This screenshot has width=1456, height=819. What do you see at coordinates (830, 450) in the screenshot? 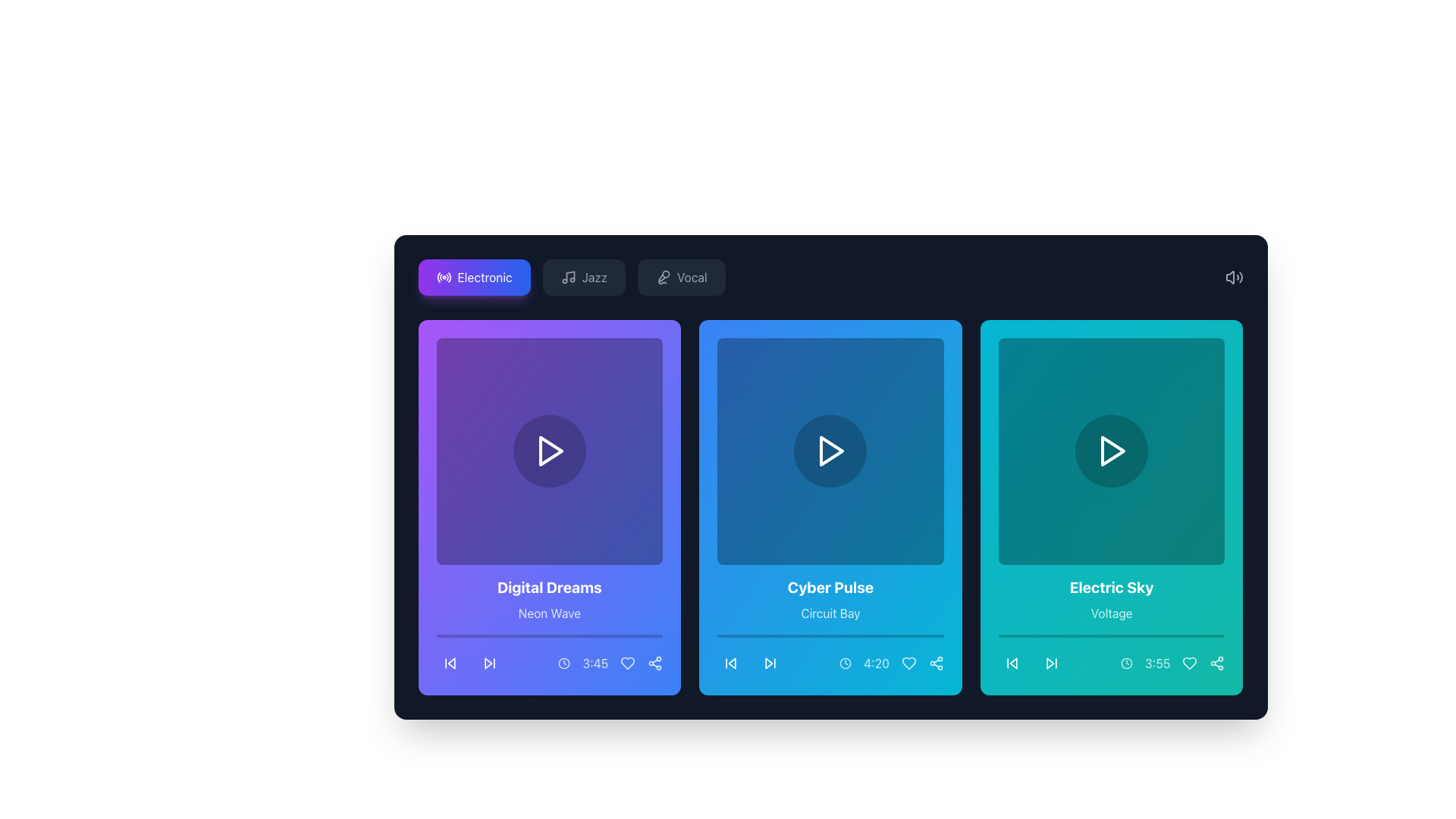
I see `the play button located in the 'Cyber Pulse' card, which is the second card in a sequence of three` at bounding box center [830, 450].